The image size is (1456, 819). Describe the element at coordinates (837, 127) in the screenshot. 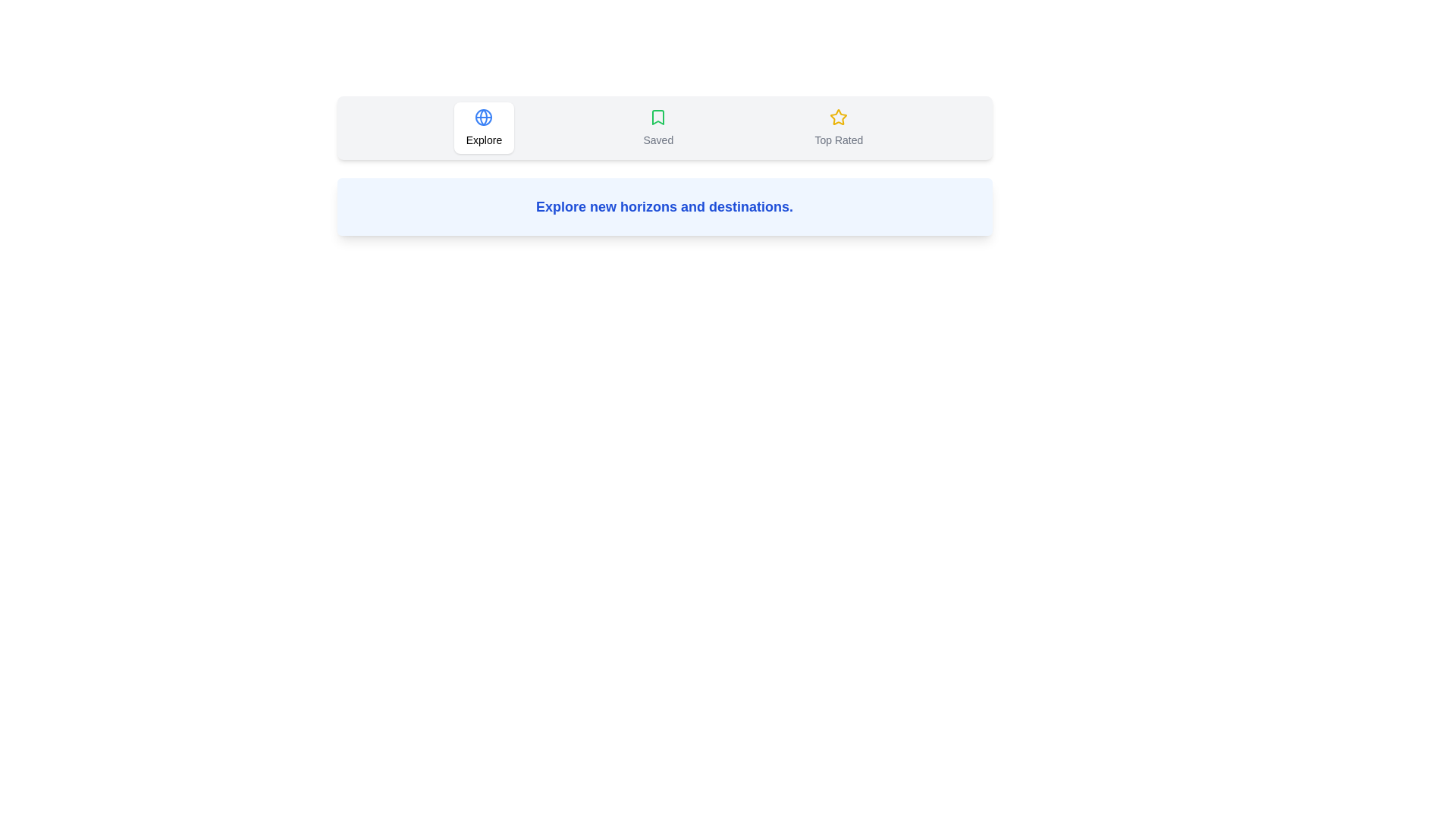

I see `the Top Rated tab` at that location.